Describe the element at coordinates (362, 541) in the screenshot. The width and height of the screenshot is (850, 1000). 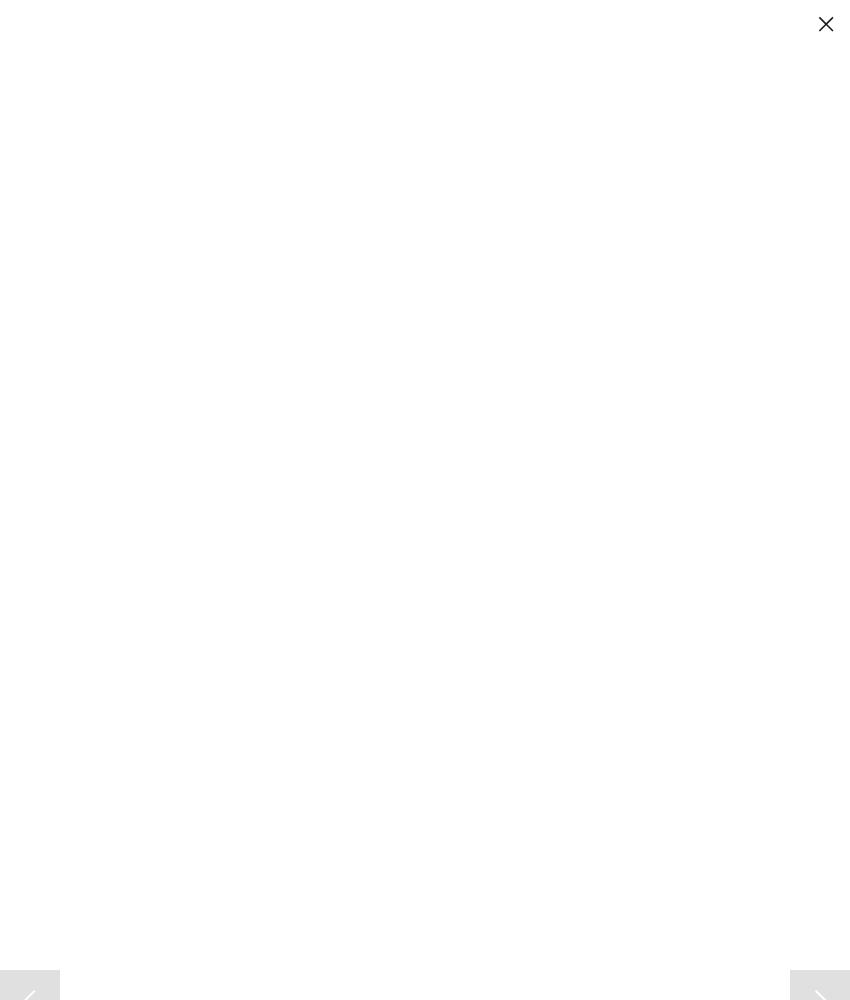
I see `'Don Lansu for the Northwest Herald: Carly Nolan (16) of Crystal Lake South's girls volleyball team goes for the spike against Lake Zurich H.S.
as her teamates position for the return. Crystal Lake won both games
25-18 to secure the 4a supersectional victory 11/9/13.'` at that location.